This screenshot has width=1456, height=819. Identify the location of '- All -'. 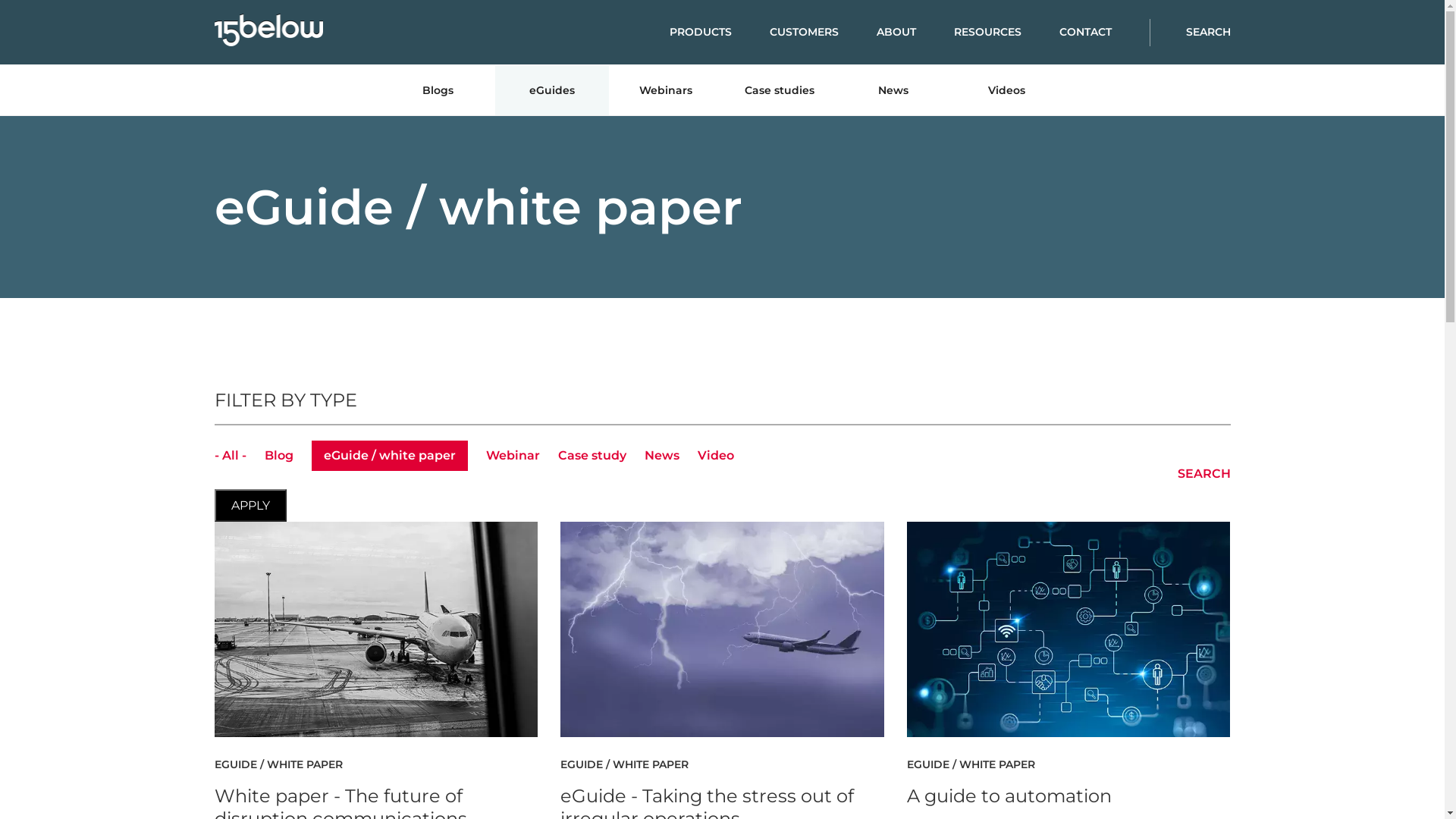
(228, 454).